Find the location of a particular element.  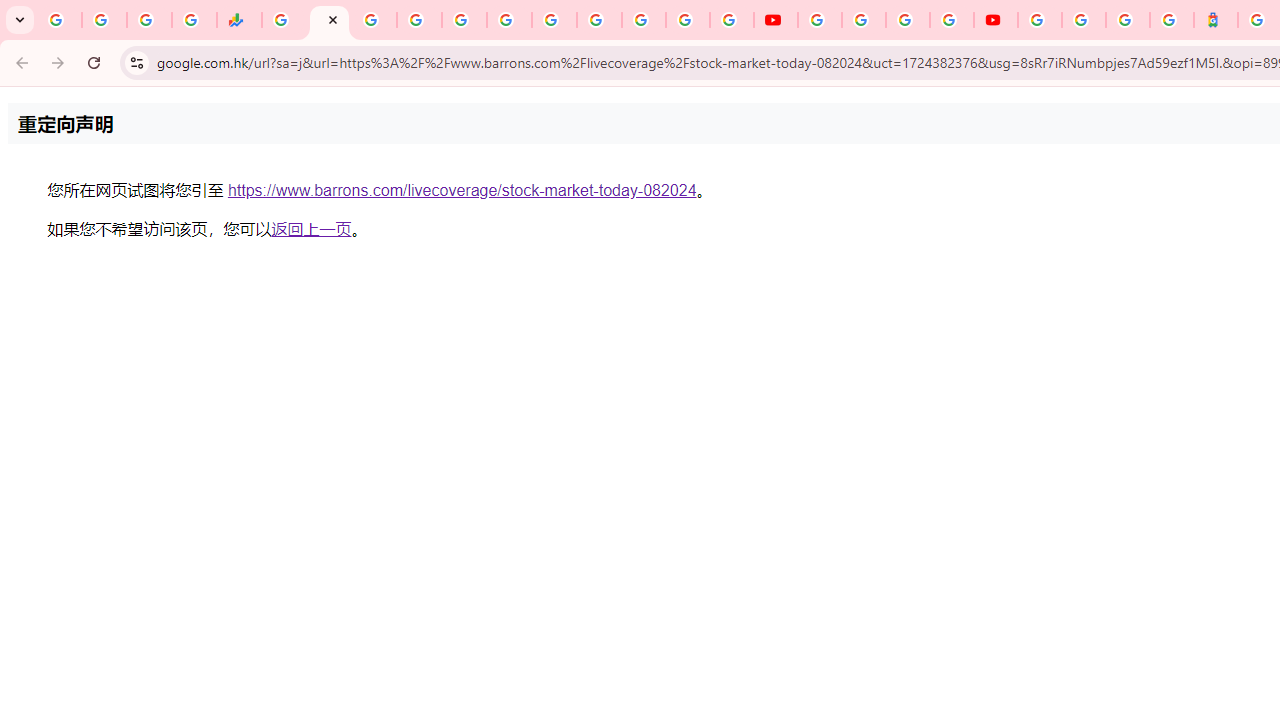

'Android TV Policies and Guidelines - Transparency Center' is located at coordinates (554, 20).